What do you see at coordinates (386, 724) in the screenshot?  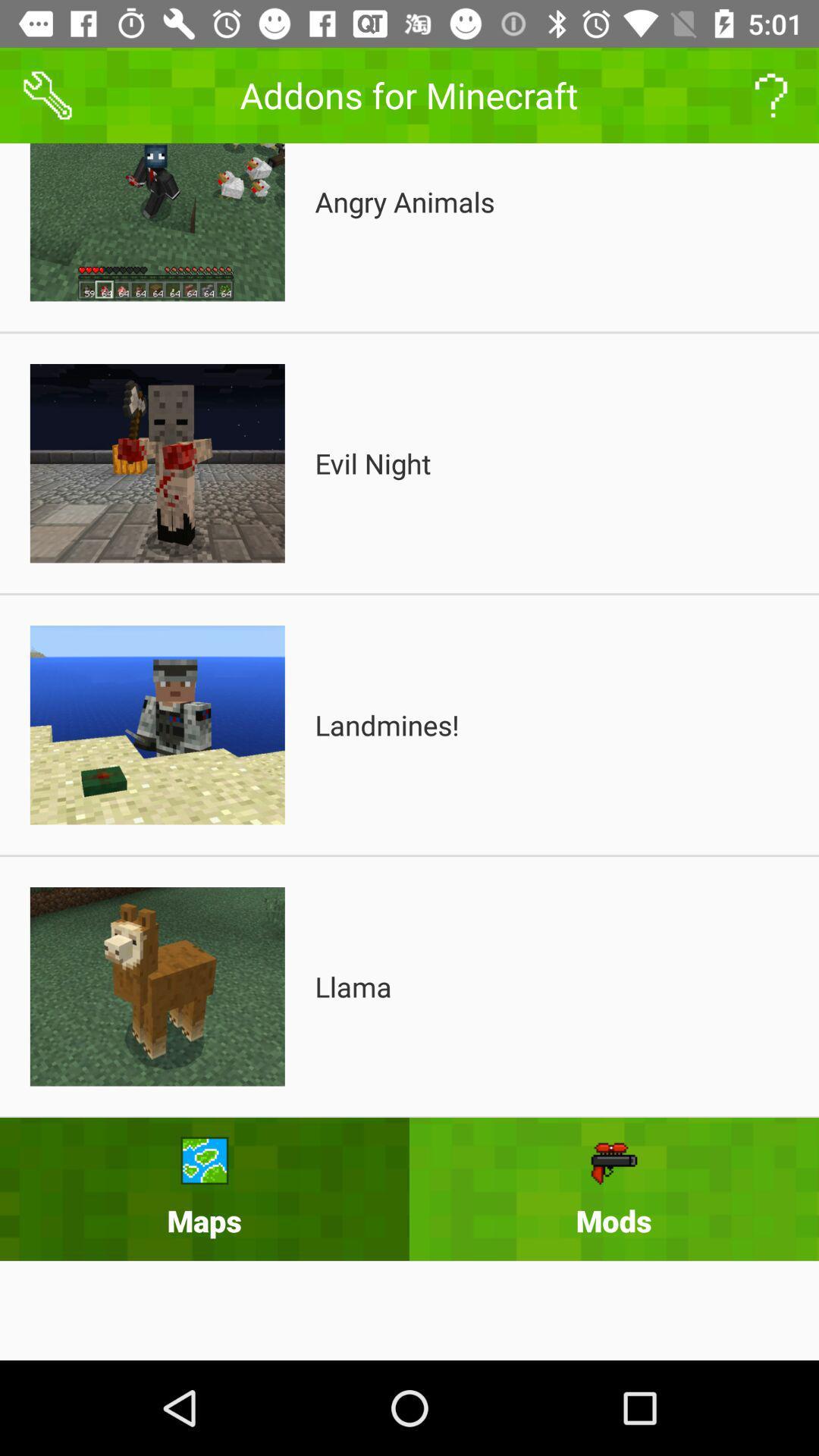 I see `item at the center` at bounding box center [386, 724].